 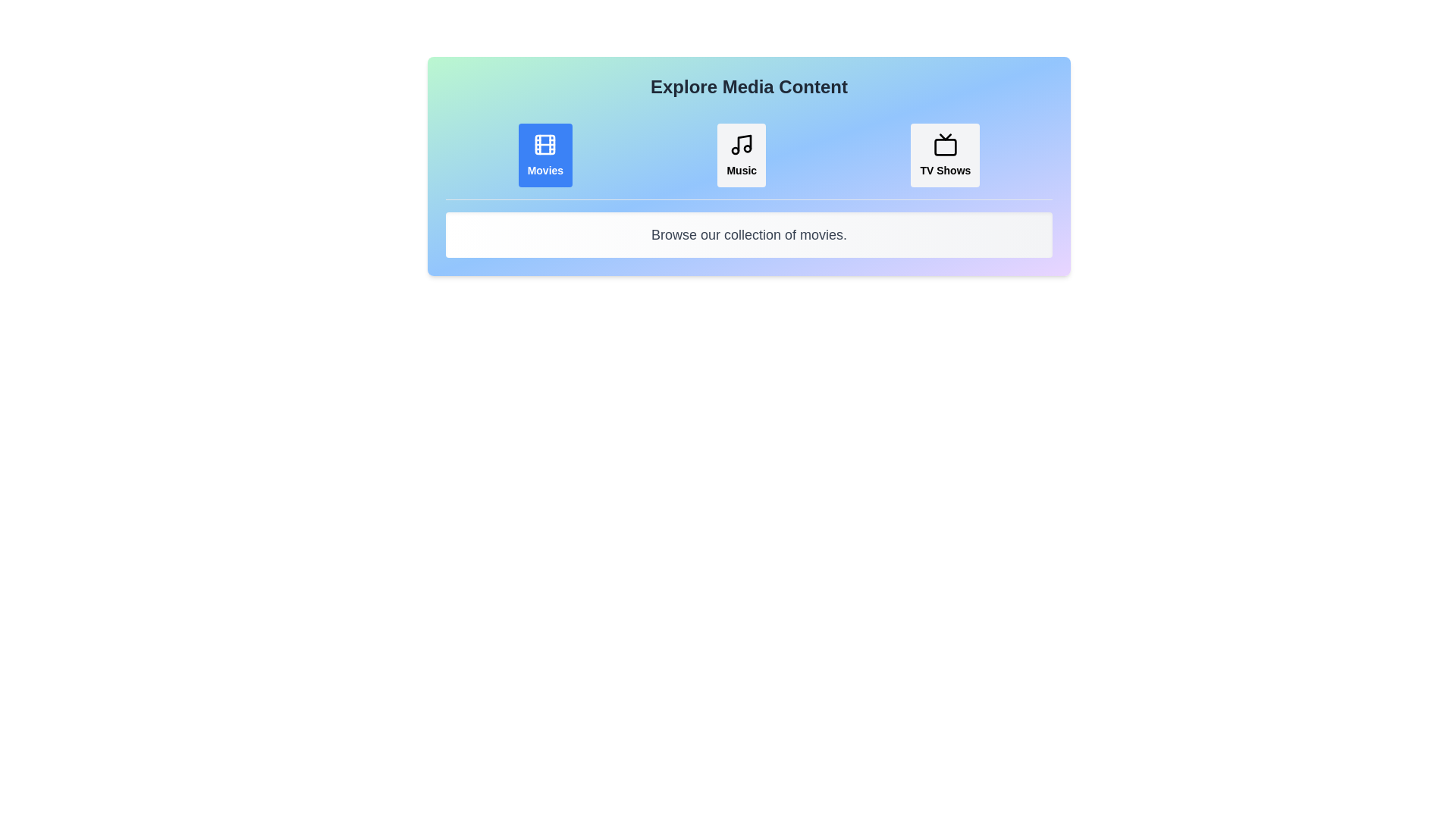 I want to click on the Interactive Button Group located beneath the title 'Explore Media Content', so click(x=749, y=155).